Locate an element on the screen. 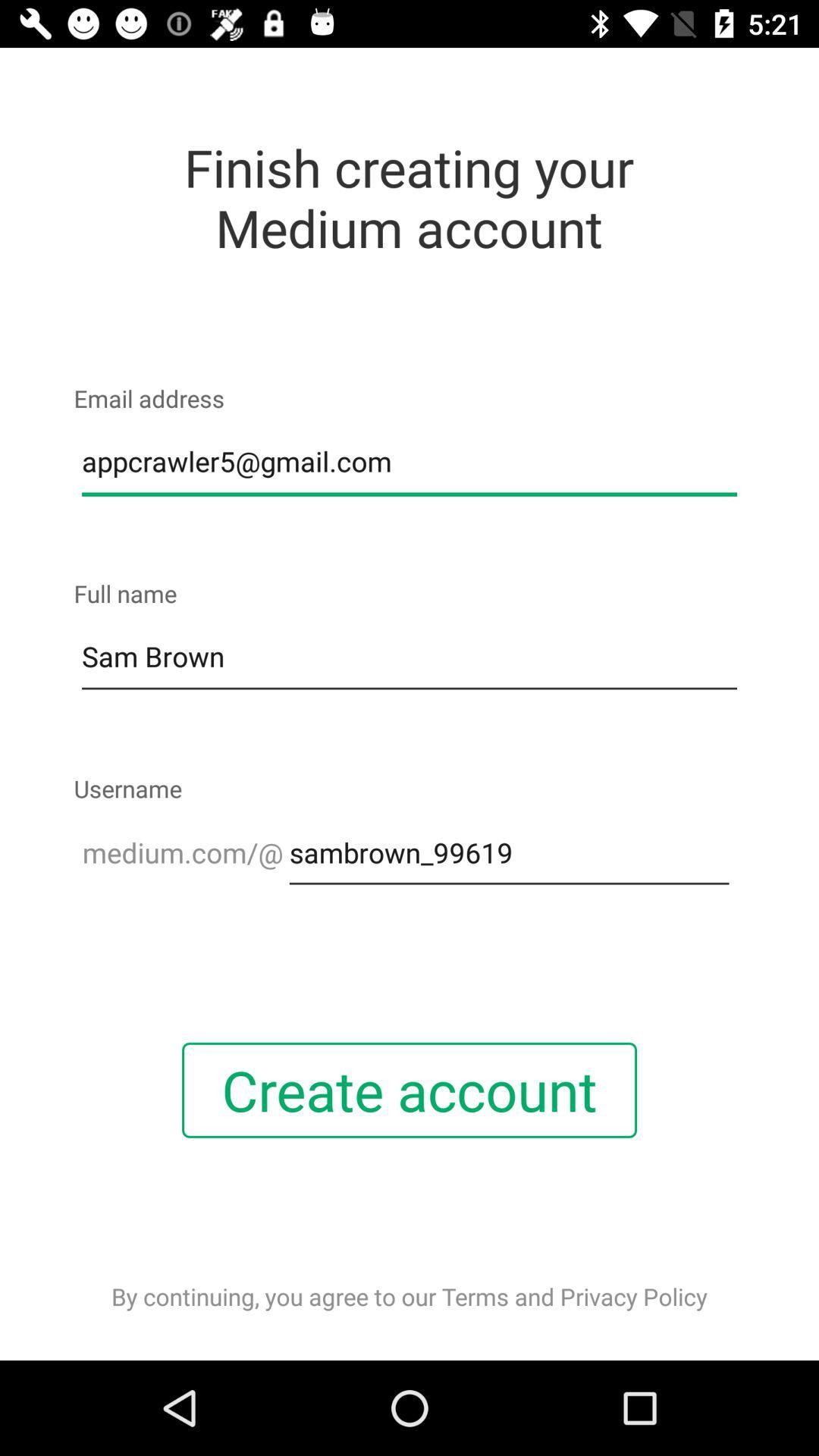 The height and width of the screenshot is (1456, 819). the sam brown item is located at coordinates (409, 657).